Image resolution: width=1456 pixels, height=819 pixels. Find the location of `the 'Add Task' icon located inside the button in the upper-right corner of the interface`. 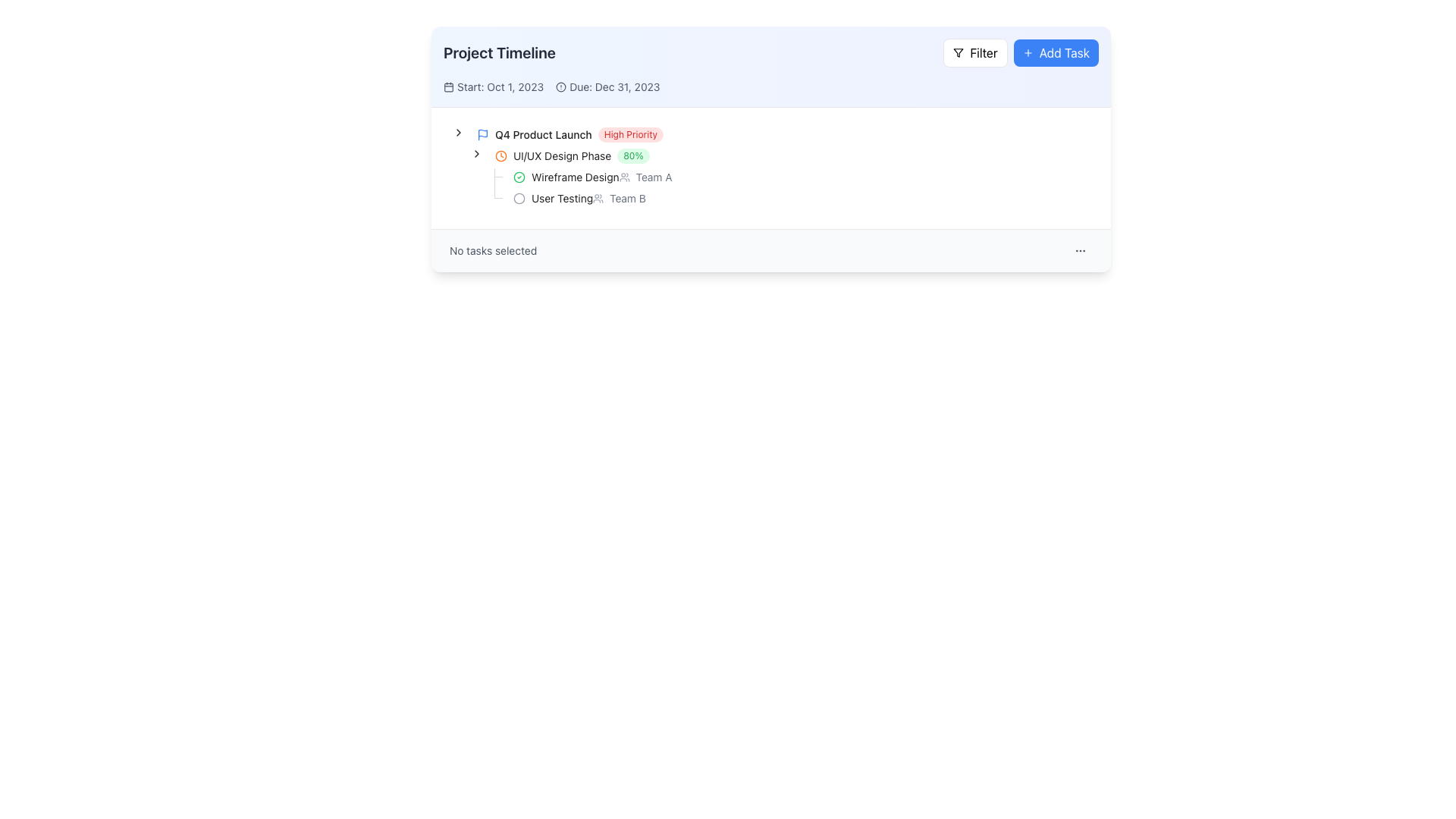

the 'Add Task' icon located inside the button in the upper-right corner of the interface is located at coordinates (1028, 52).